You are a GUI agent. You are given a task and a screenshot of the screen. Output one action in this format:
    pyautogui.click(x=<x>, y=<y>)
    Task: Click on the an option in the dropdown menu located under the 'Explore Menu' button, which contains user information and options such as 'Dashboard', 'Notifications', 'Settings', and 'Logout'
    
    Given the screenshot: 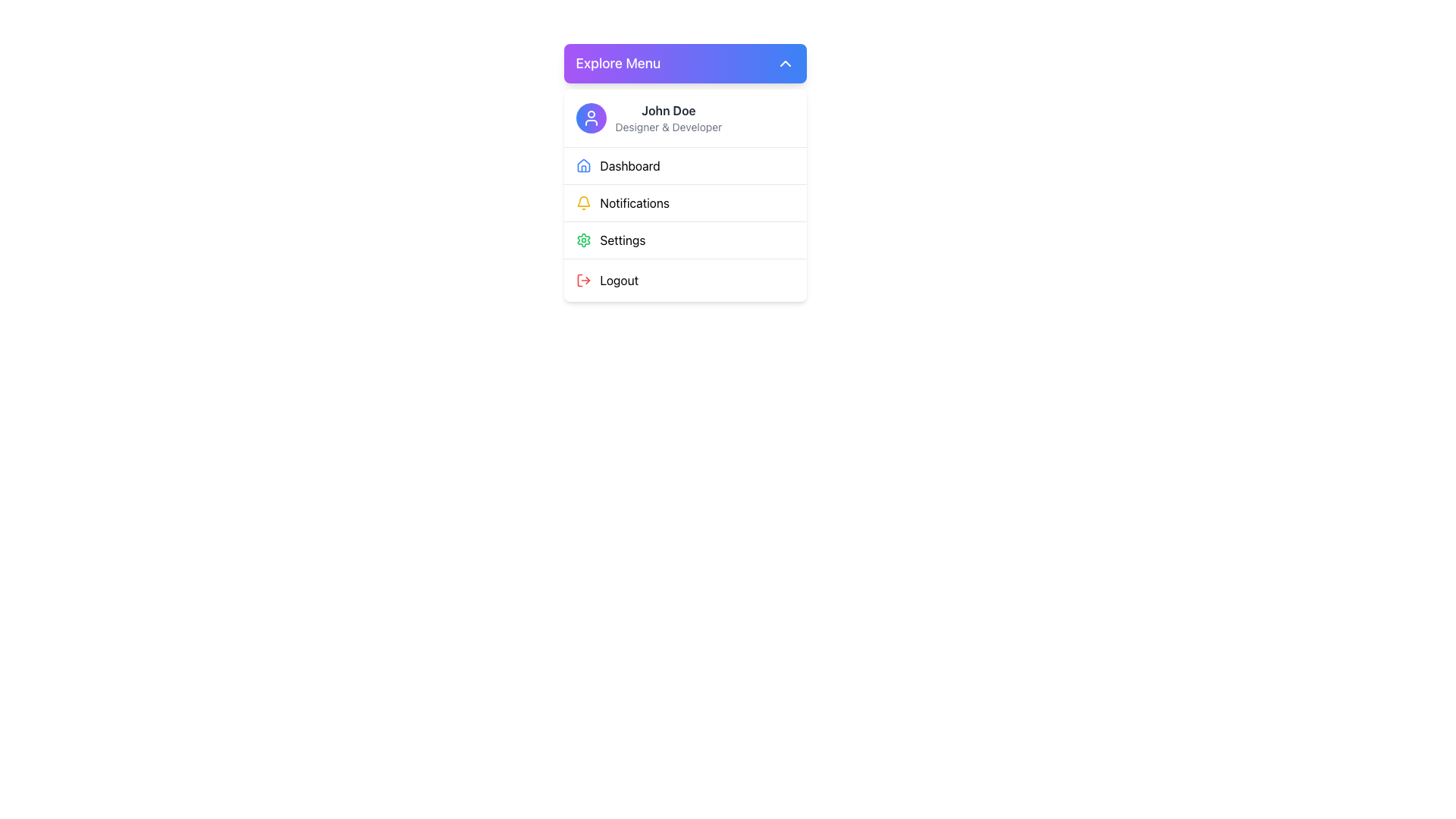 What is the action you would take?
    pyautogui.click(x=684, y=195)
    